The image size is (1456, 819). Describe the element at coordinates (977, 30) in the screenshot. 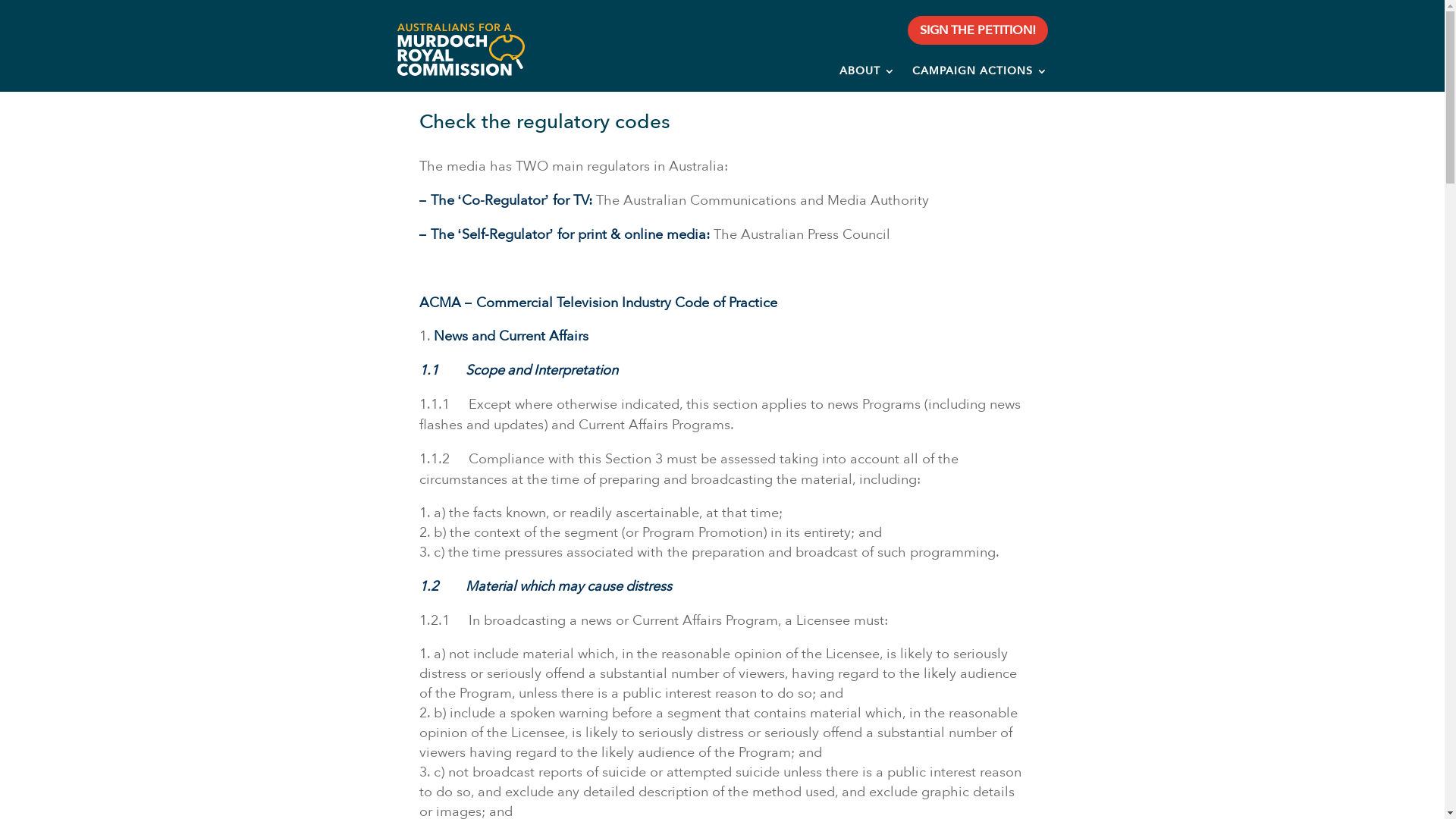

I see `'SIGN THE PETITION!'` at that location.